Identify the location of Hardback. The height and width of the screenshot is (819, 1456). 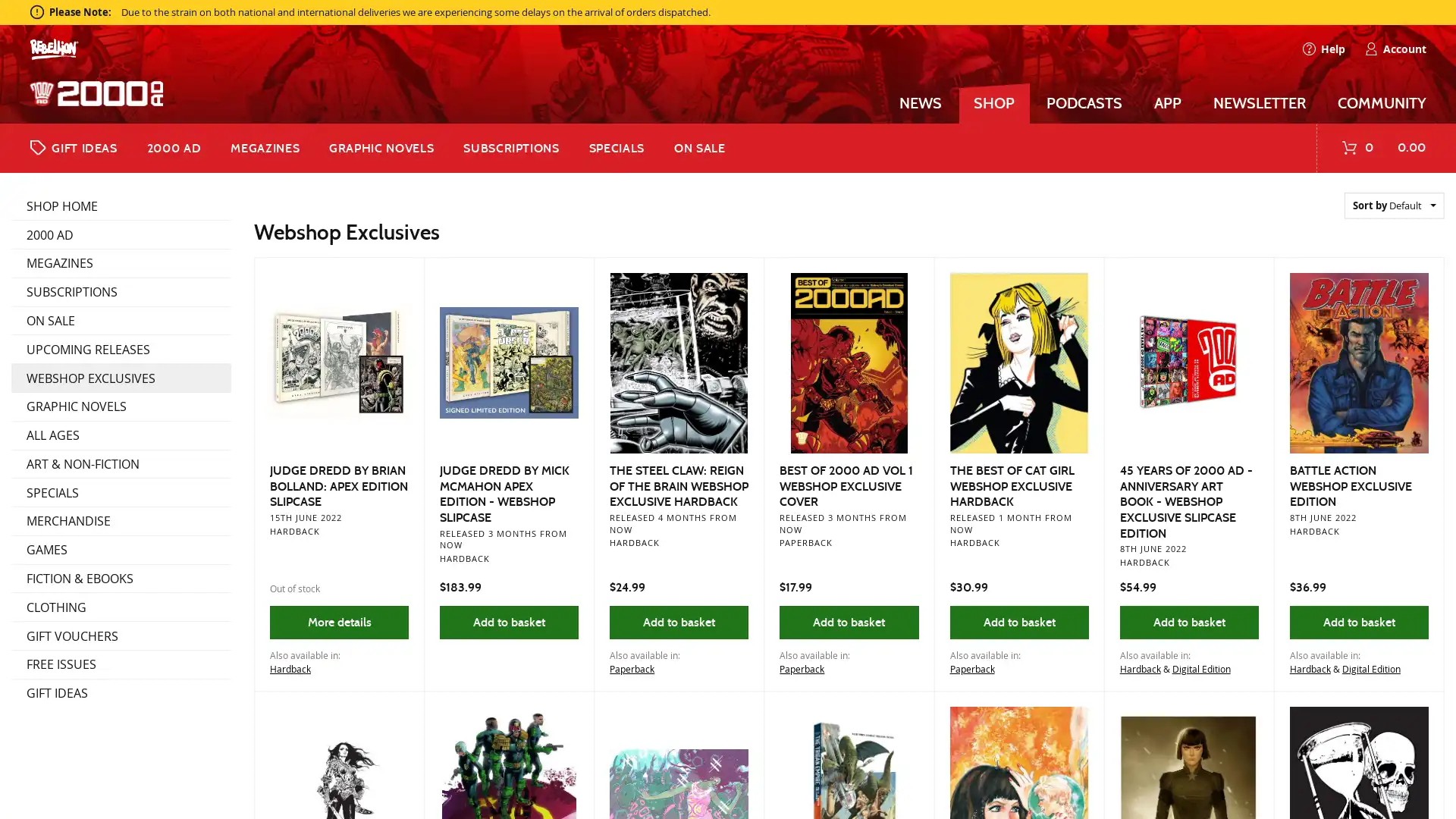
(1309, 668).